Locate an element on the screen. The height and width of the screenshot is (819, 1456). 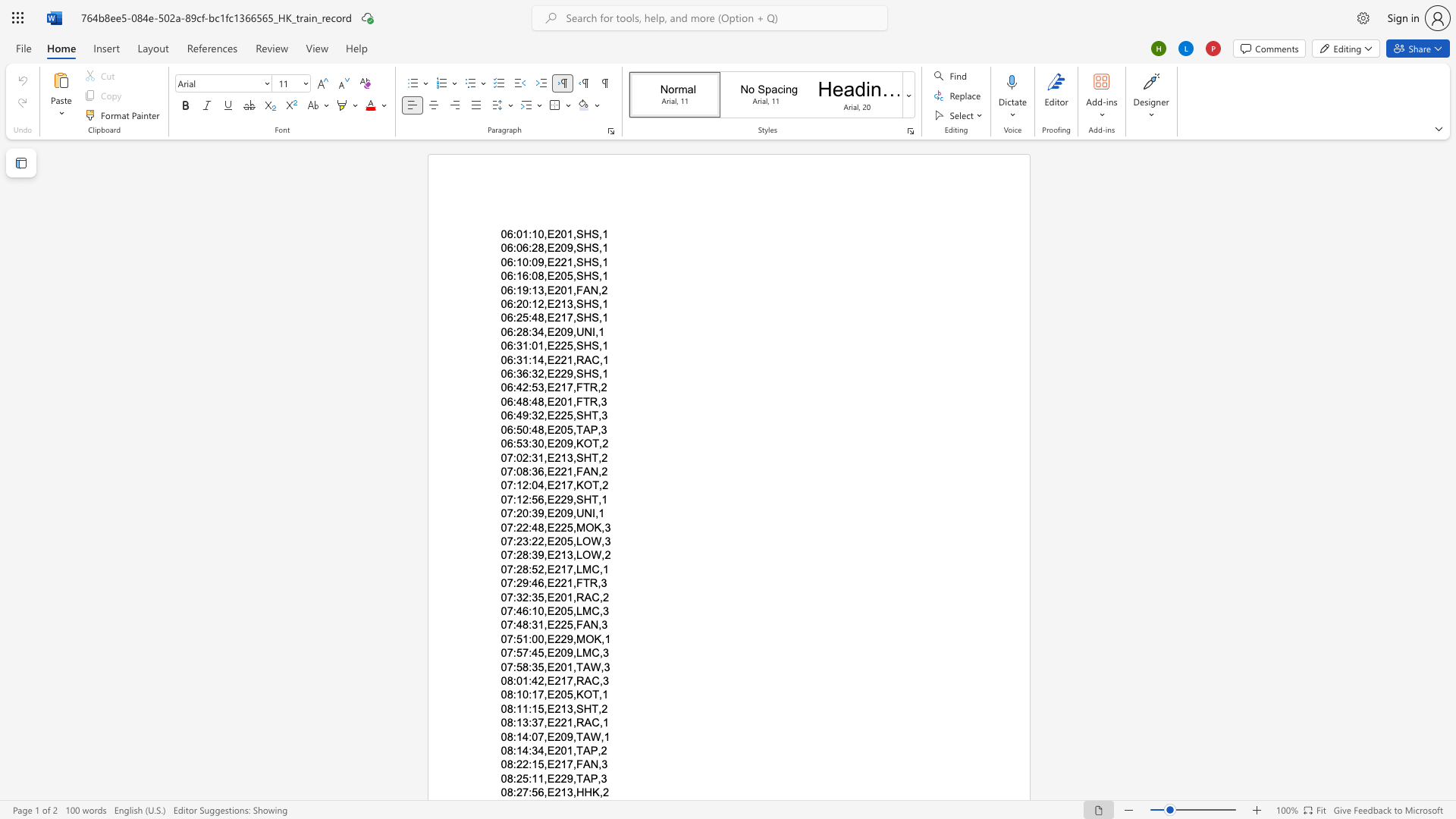
the subset text "8,E2" within the text "07:22:48,E225,MOK,3" is located at coordinates (538, 526).